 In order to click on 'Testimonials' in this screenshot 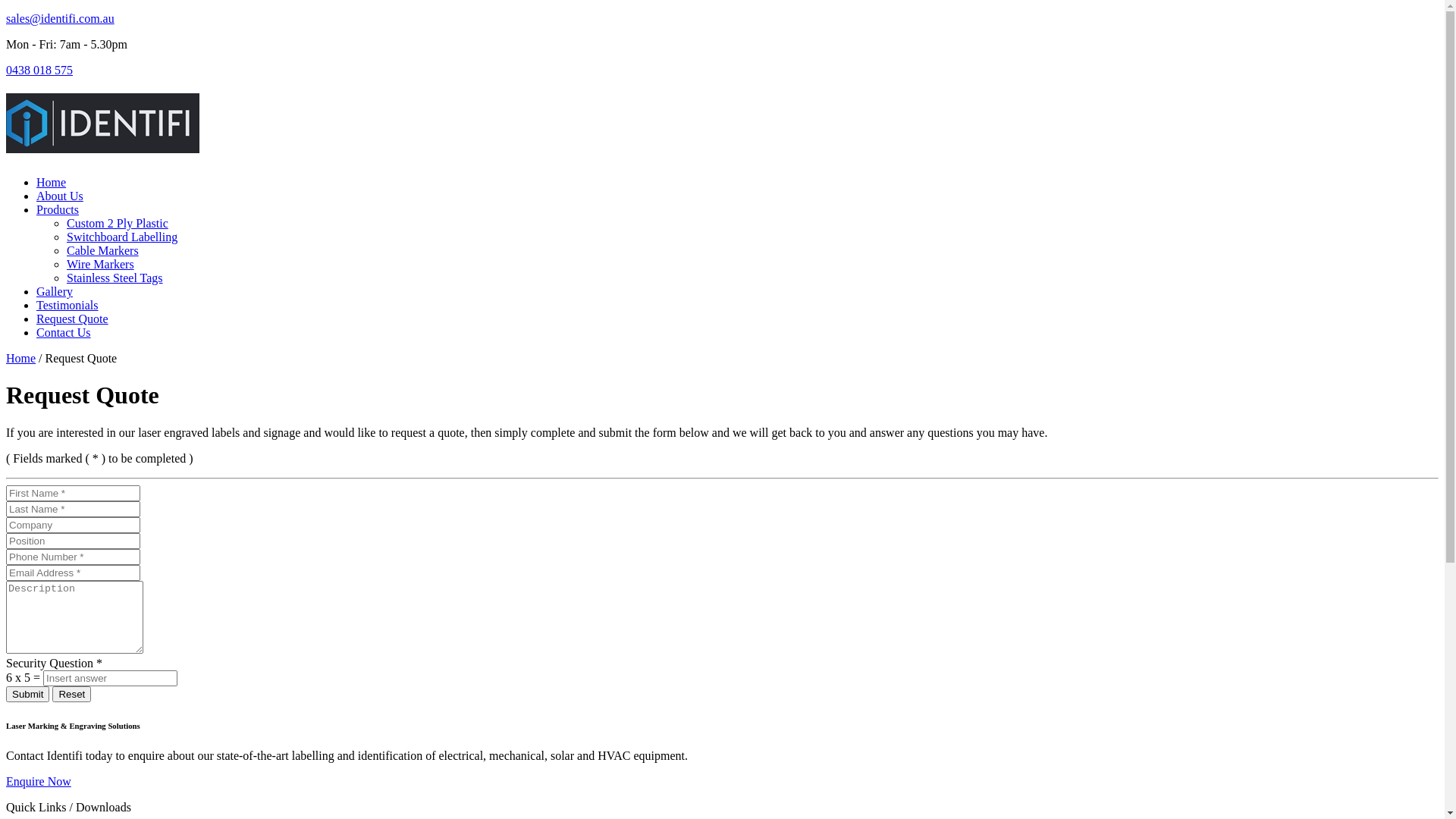, I will do `click(67, 305)`.